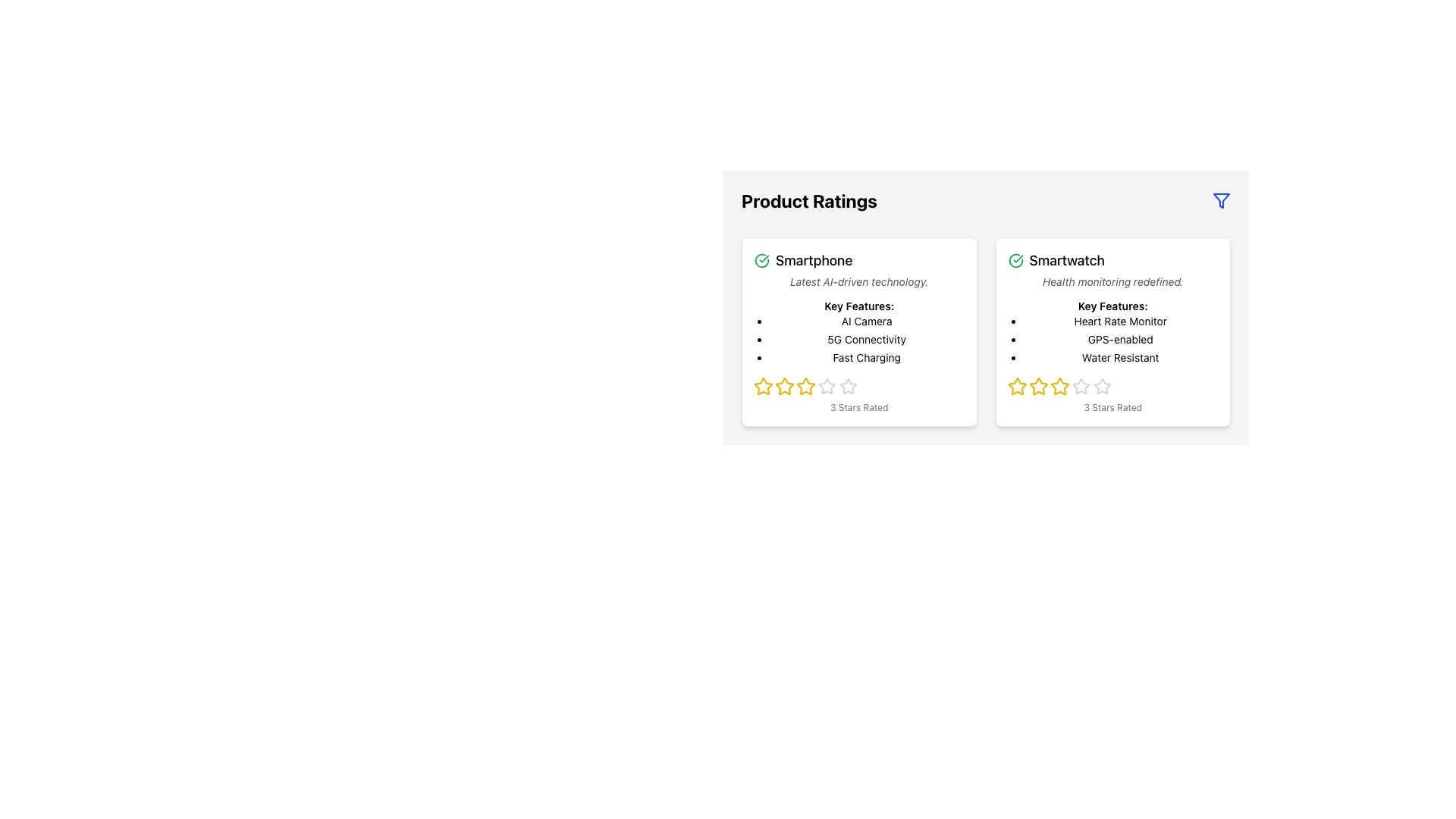  Describe the element at coordinates (1017, 385) in the screenshot. I see `the first Rating Star Icon in the Smartwatch section` at that location.